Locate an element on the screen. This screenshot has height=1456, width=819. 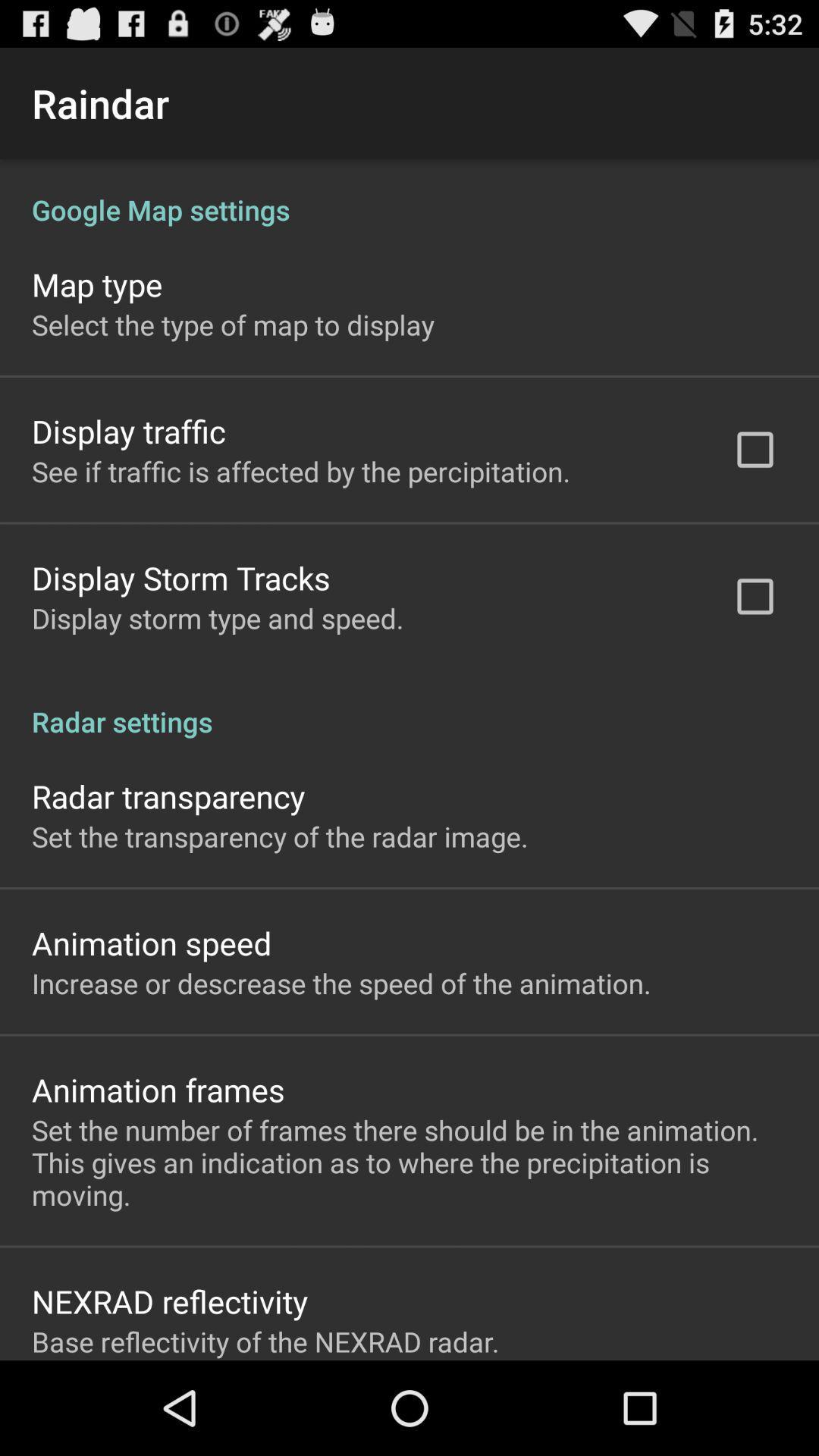
the item below nexrad reflectivity app is located at coordinates (265, 1341).